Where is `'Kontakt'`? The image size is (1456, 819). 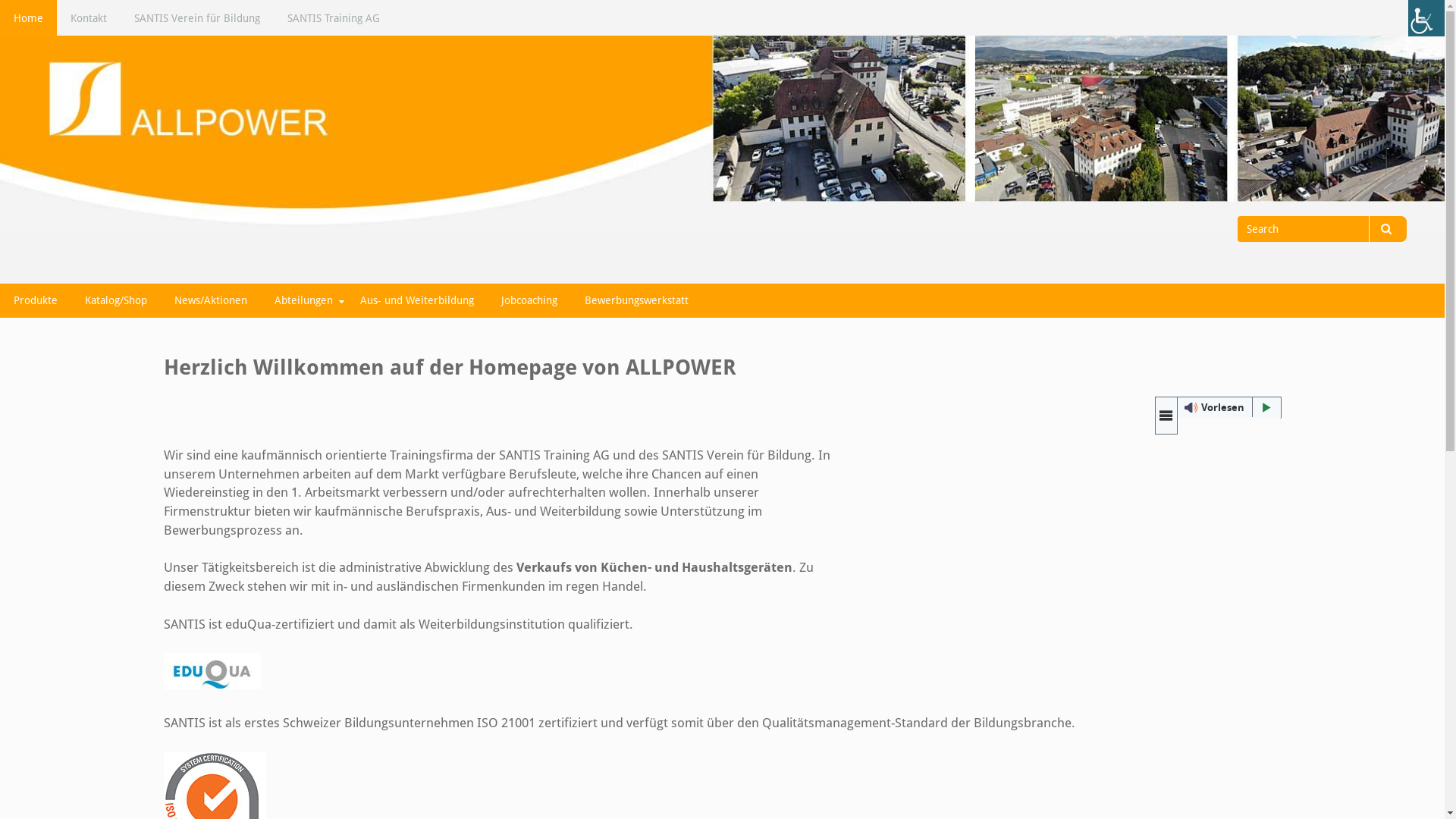
'Kontakt' is located at coordinates (87, 17).